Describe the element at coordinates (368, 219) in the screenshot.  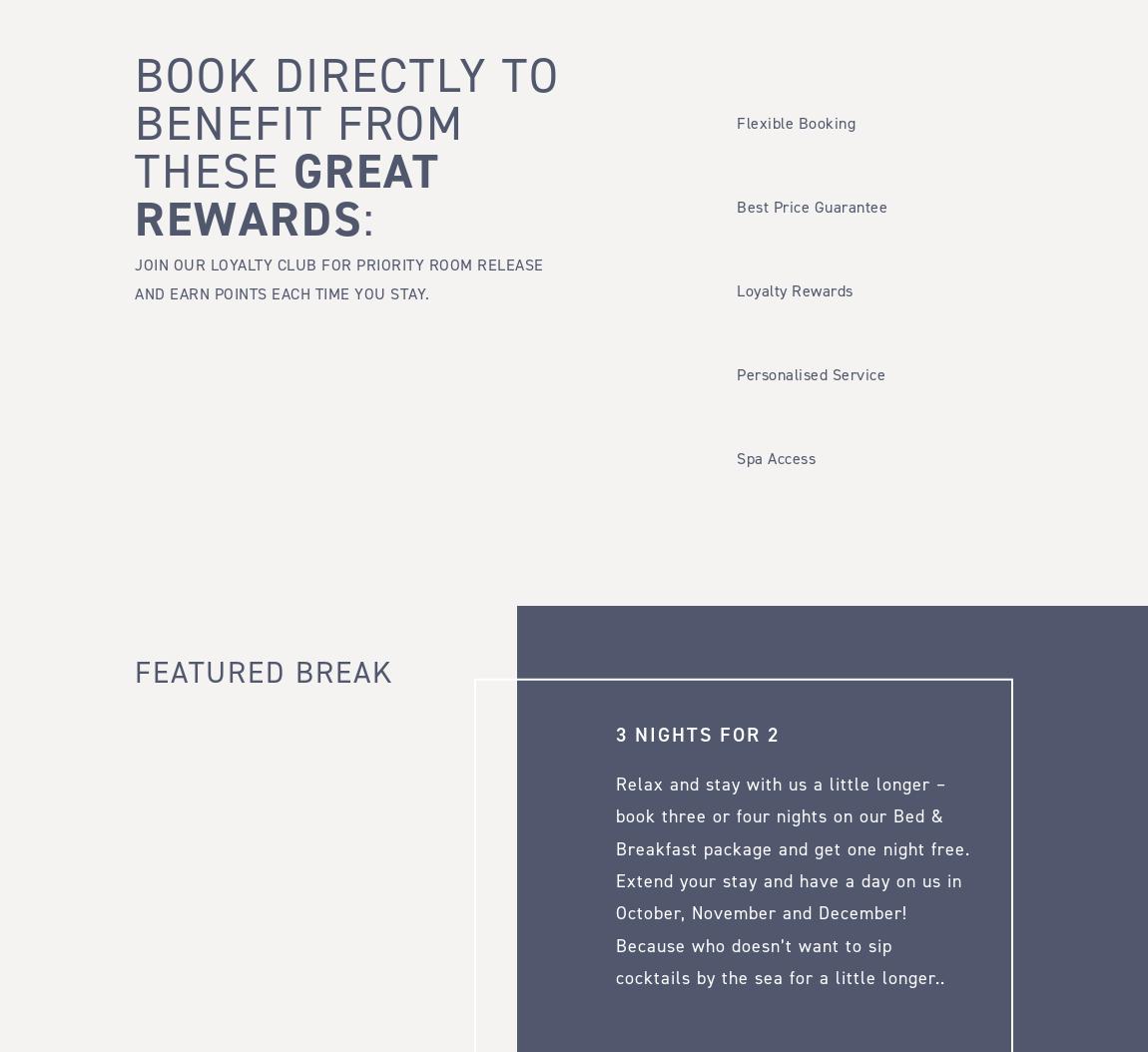
I see `':'` at that location.